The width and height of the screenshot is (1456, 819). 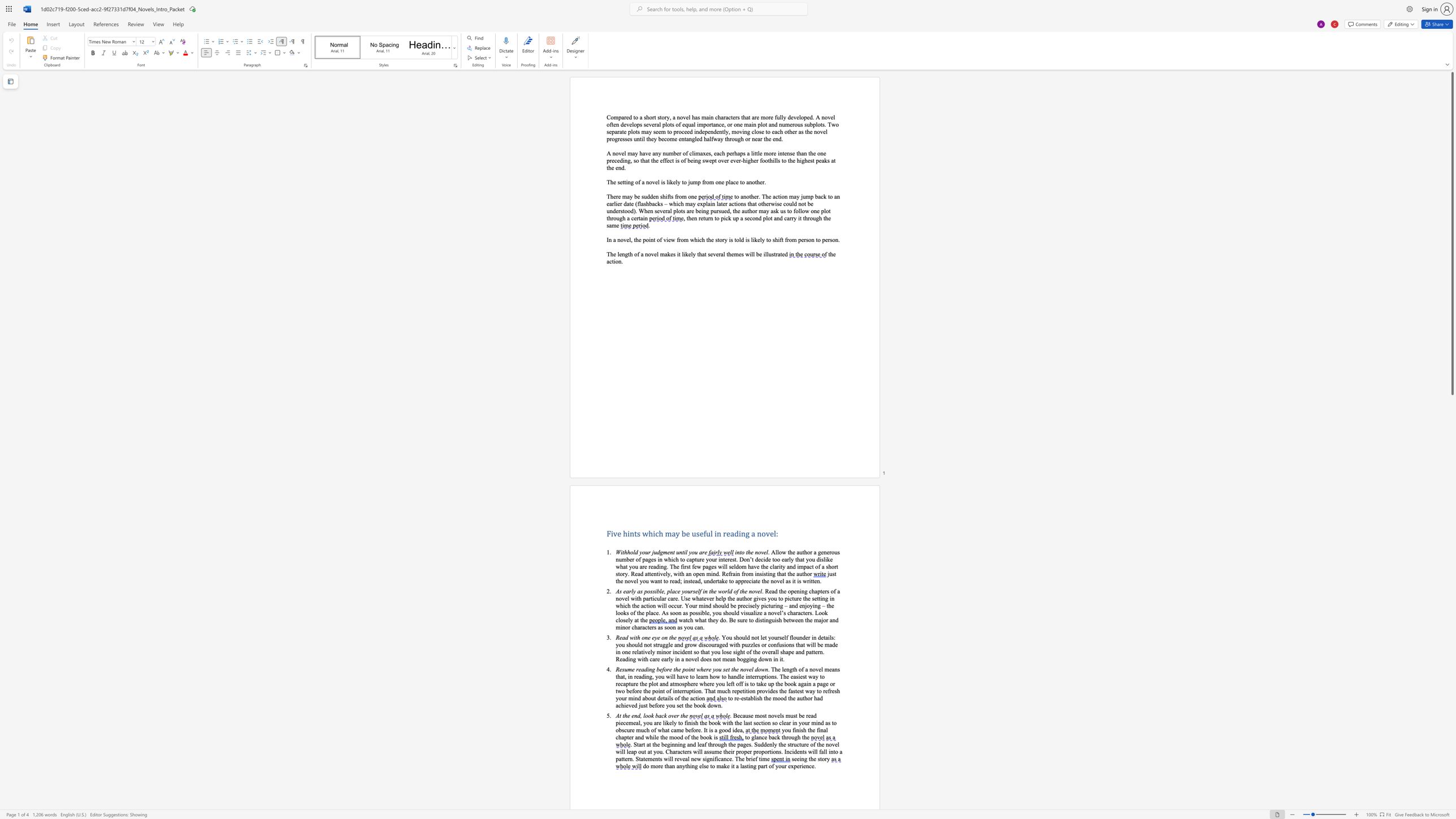 What do you see at coordinates (619, 181) in the screenshot?
I see `the space between the continuous character "s" and "e" in the text` at bounding box center [619, 181].